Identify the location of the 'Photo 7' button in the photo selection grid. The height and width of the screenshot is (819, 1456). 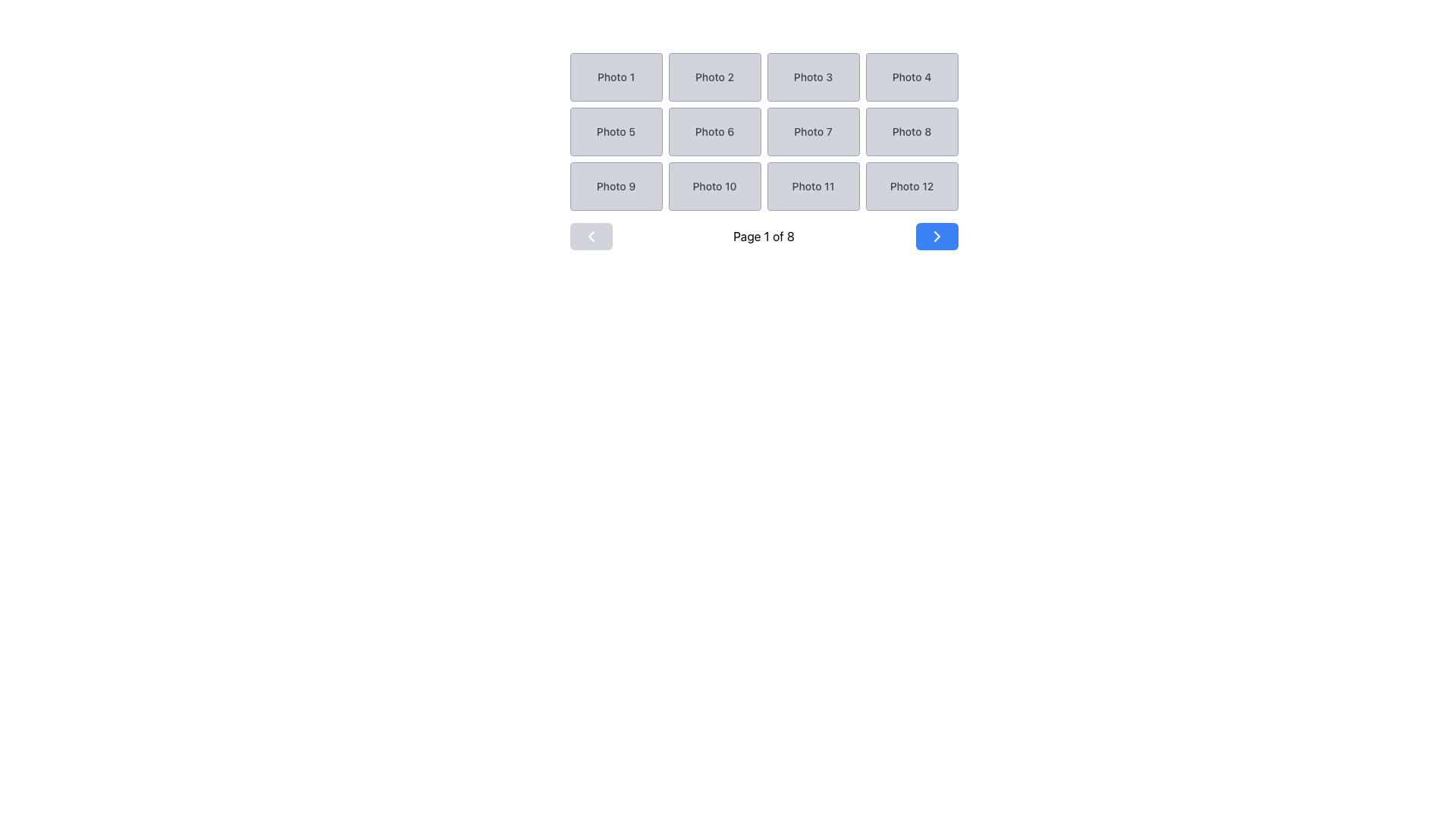
(812, 130).